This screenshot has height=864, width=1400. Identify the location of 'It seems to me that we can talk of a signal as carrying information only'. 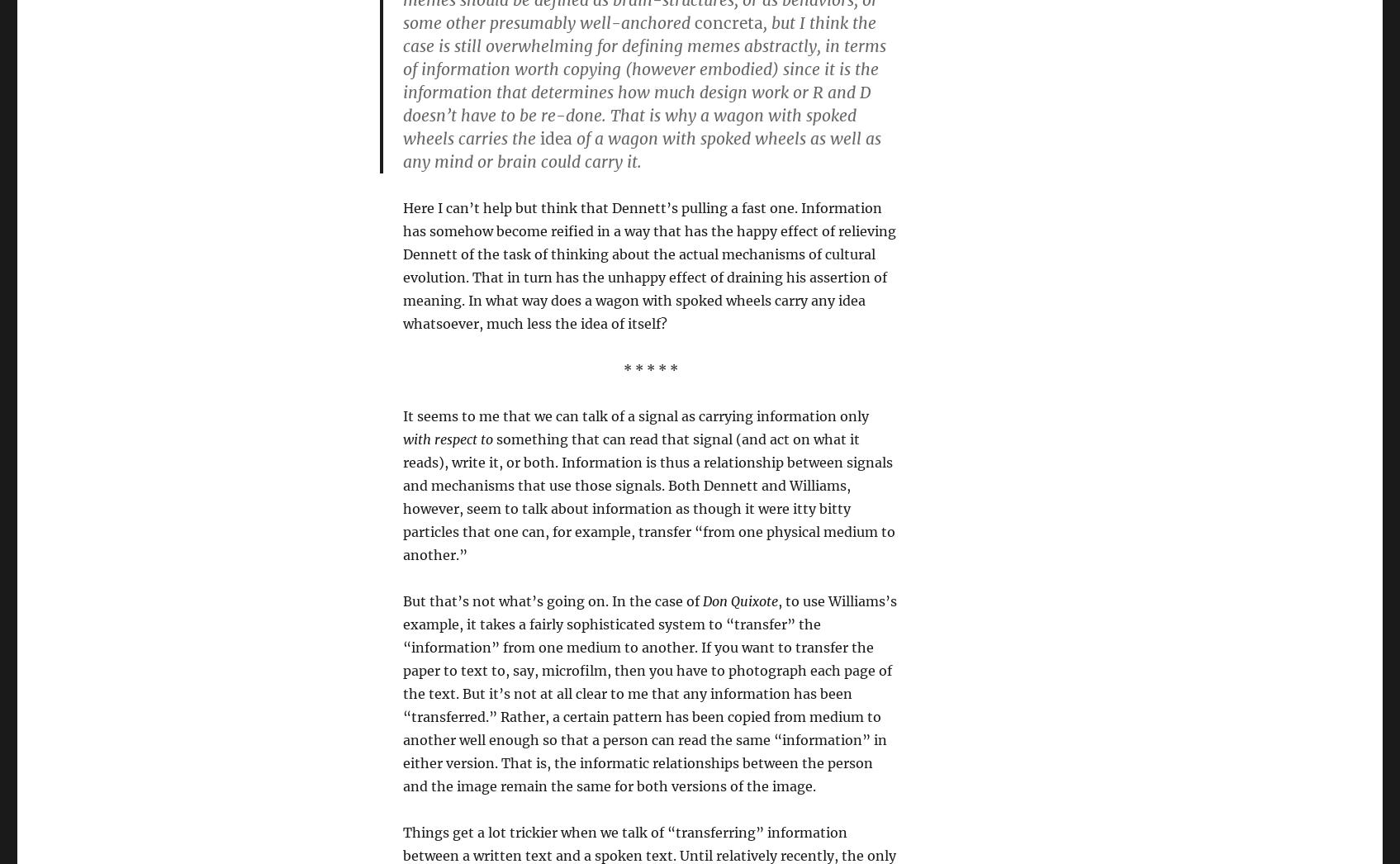
(634, 415).